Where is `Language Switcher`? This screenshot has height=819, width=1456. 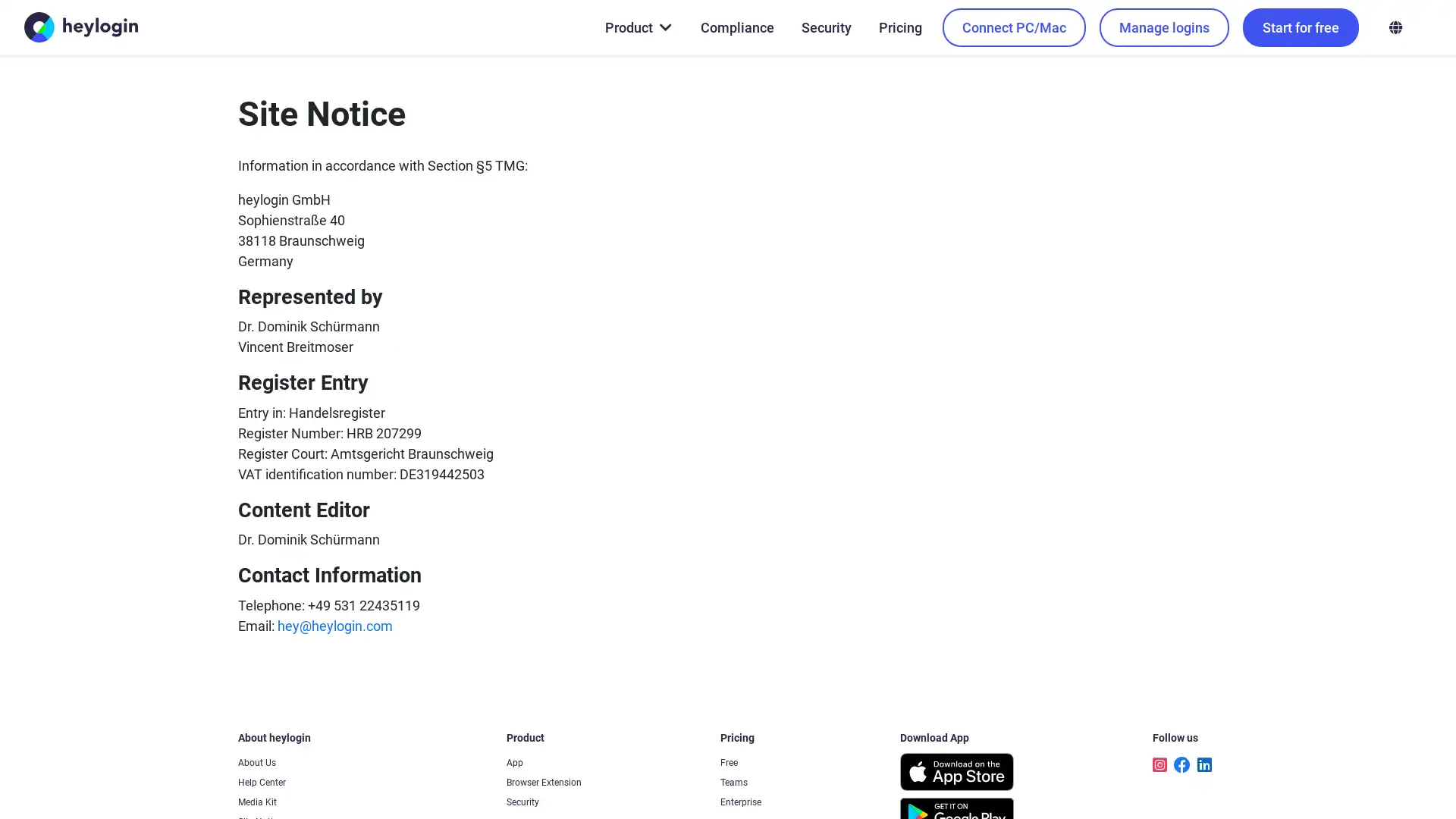
Language Switcher is located at coordinates (1395, 27).